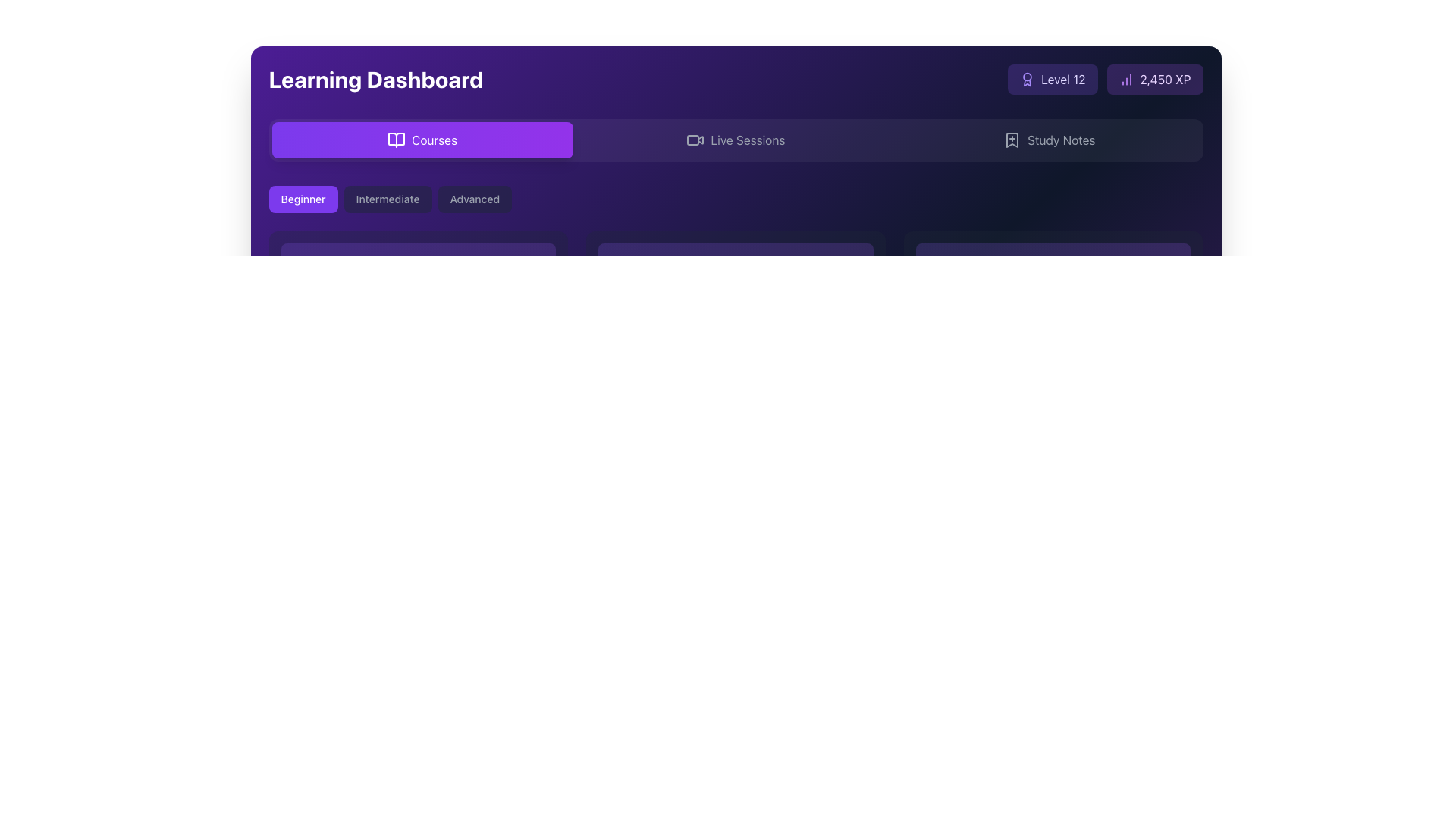  What do you see at coordinates (303, 198) in the screenshot?
I see `the 'Beginner' level button, which is the first button in its group located at the top left` at bounding box center [303, 198].